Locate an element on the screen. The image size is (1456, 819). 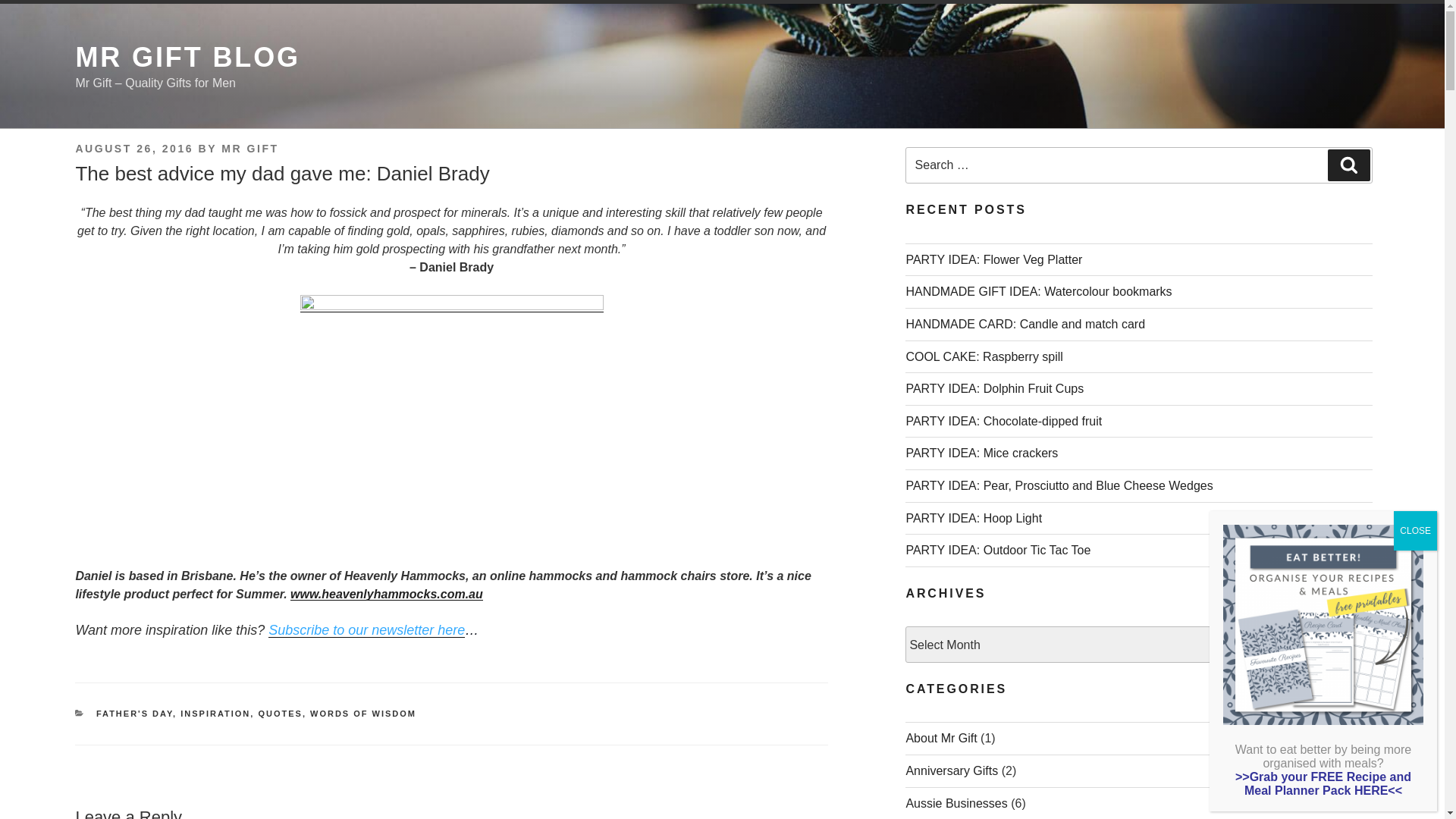
'PARTY IDEA: Flower Veg Platter' is located at coordinates (993, 259).